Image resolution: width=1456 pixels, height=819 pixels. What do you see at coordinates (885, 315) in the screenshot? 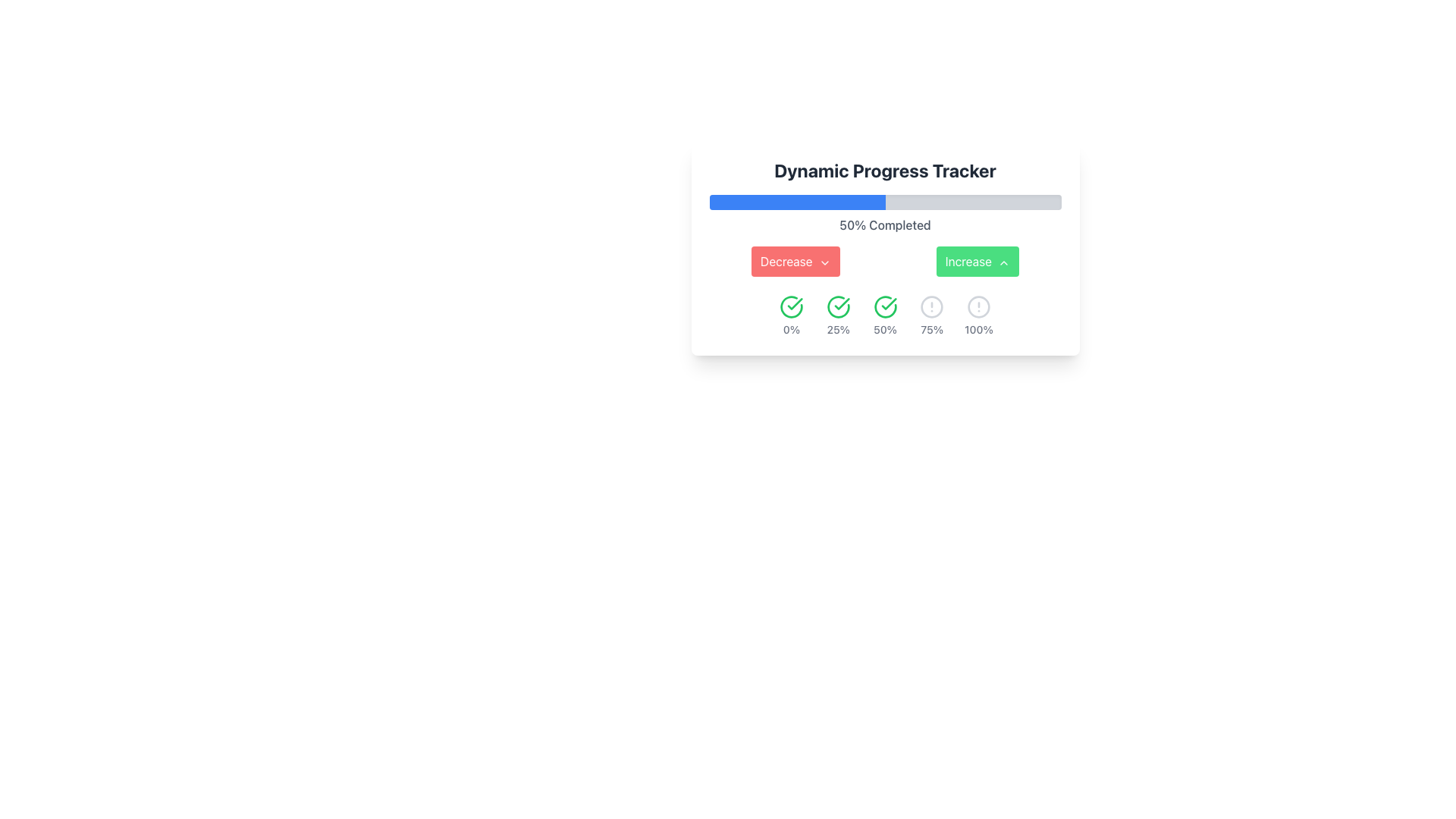
I see `the '50%' text below the green checkmark icon, which indicates a 50% completion state in the progress tracker` at bounding box center [885, 315].